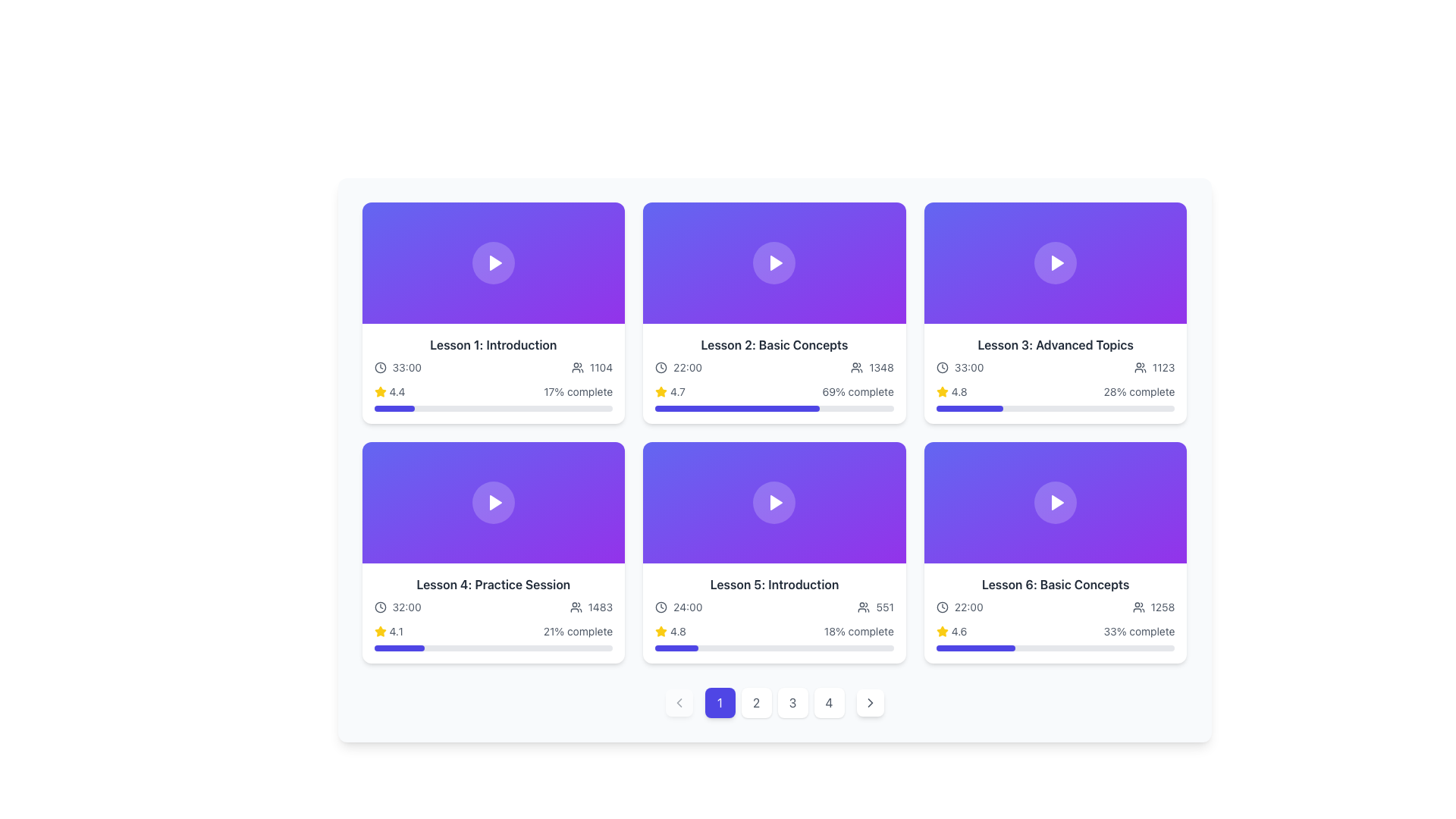 The width and height of the screenshot is (1456, 819). What do you see at coordinates (968, 368) in the screenshot?
I see `the text label displaying '33:00', which is styled in a sans-serif font and located next to a clock icon in the third card of the top row` at bounding box center [968, 368].